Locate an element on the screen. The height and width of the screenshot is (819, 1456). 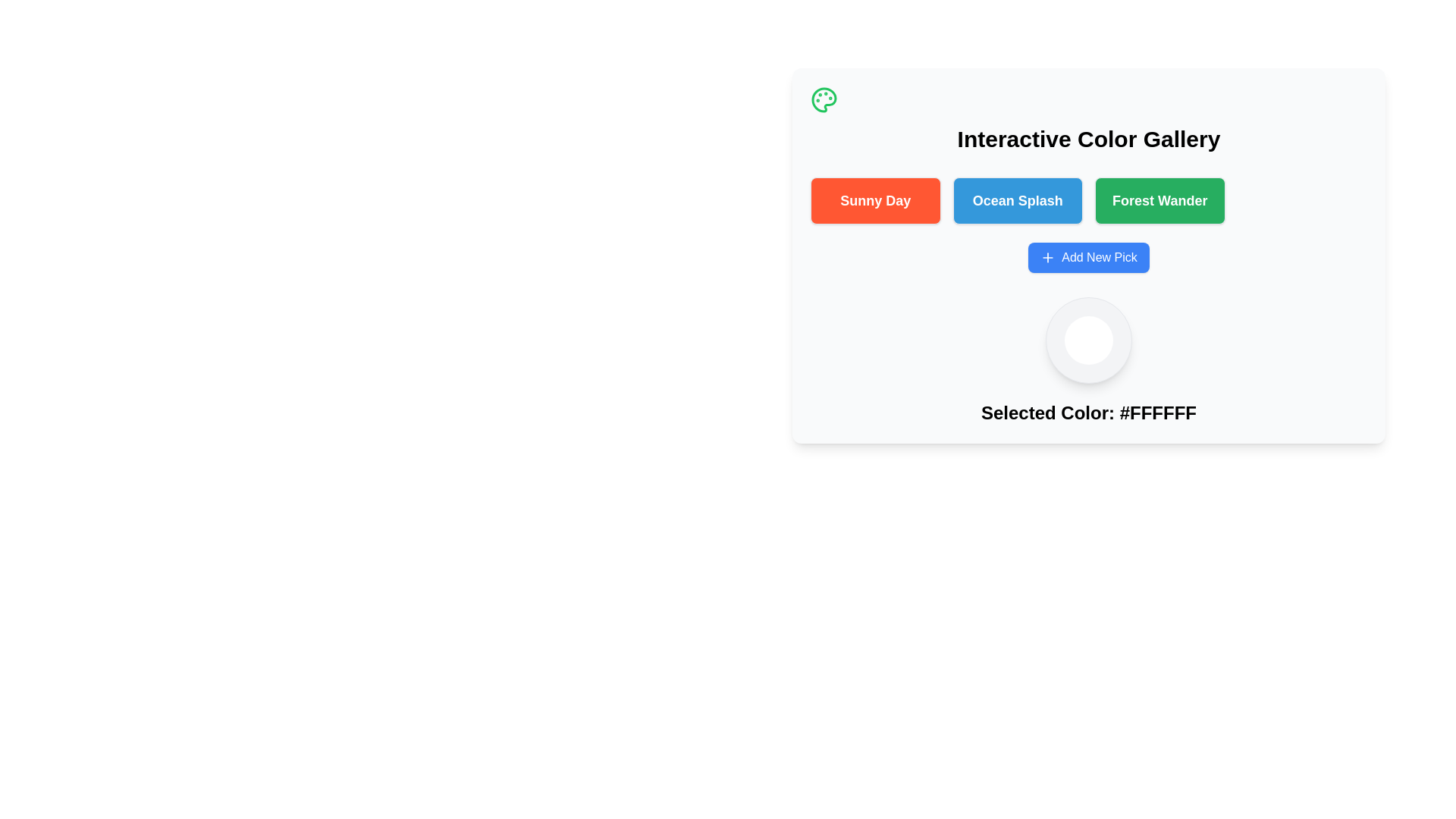
the interactive grid element containing the boxes labeled 'Sunny Day', 'Ocean Splash', and 'Forest Wander' is located at coordinates (1087, 200).